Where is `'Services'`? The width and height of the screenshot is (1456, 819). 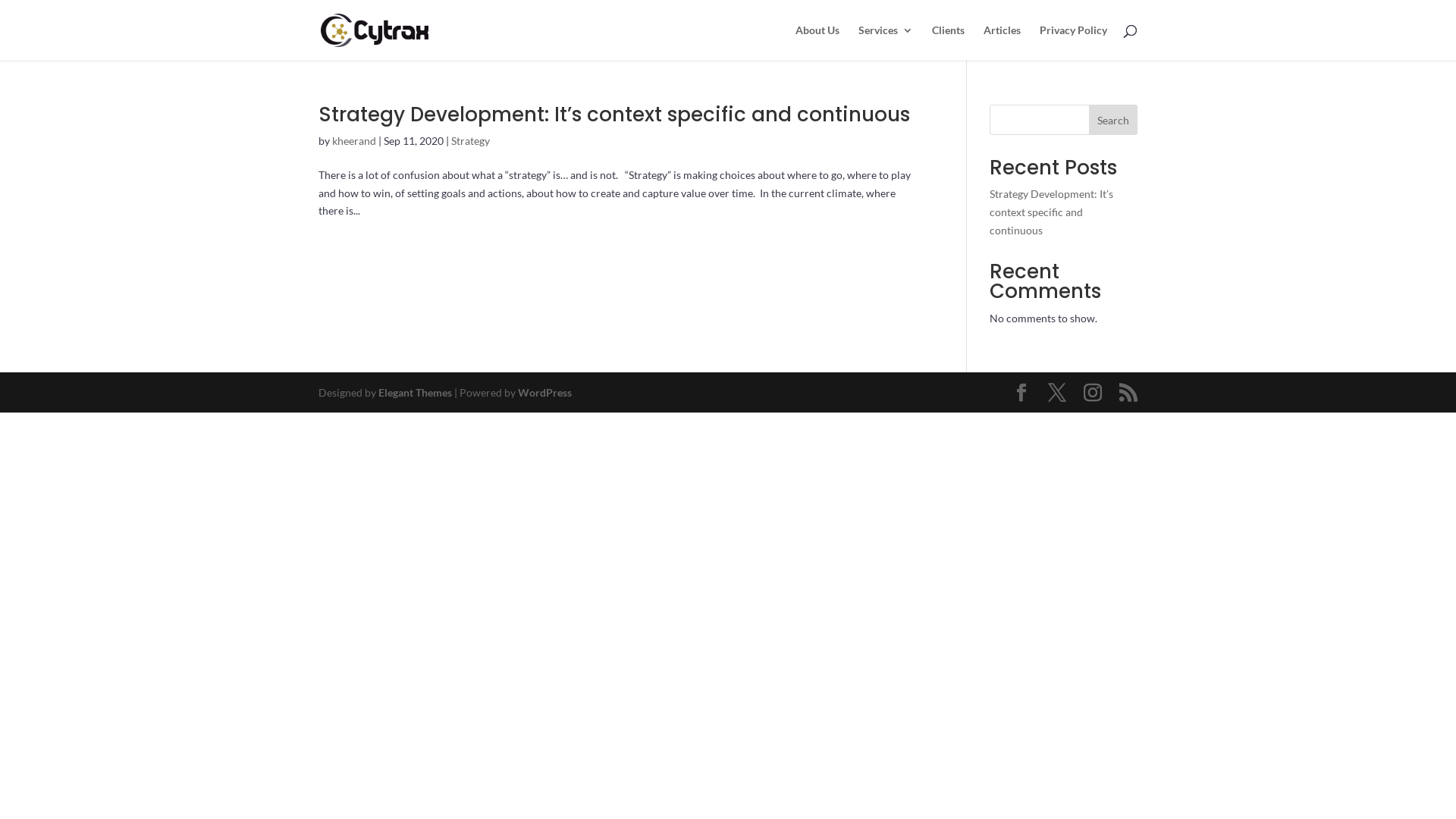 'Services' is located at coordinates (885, 42).